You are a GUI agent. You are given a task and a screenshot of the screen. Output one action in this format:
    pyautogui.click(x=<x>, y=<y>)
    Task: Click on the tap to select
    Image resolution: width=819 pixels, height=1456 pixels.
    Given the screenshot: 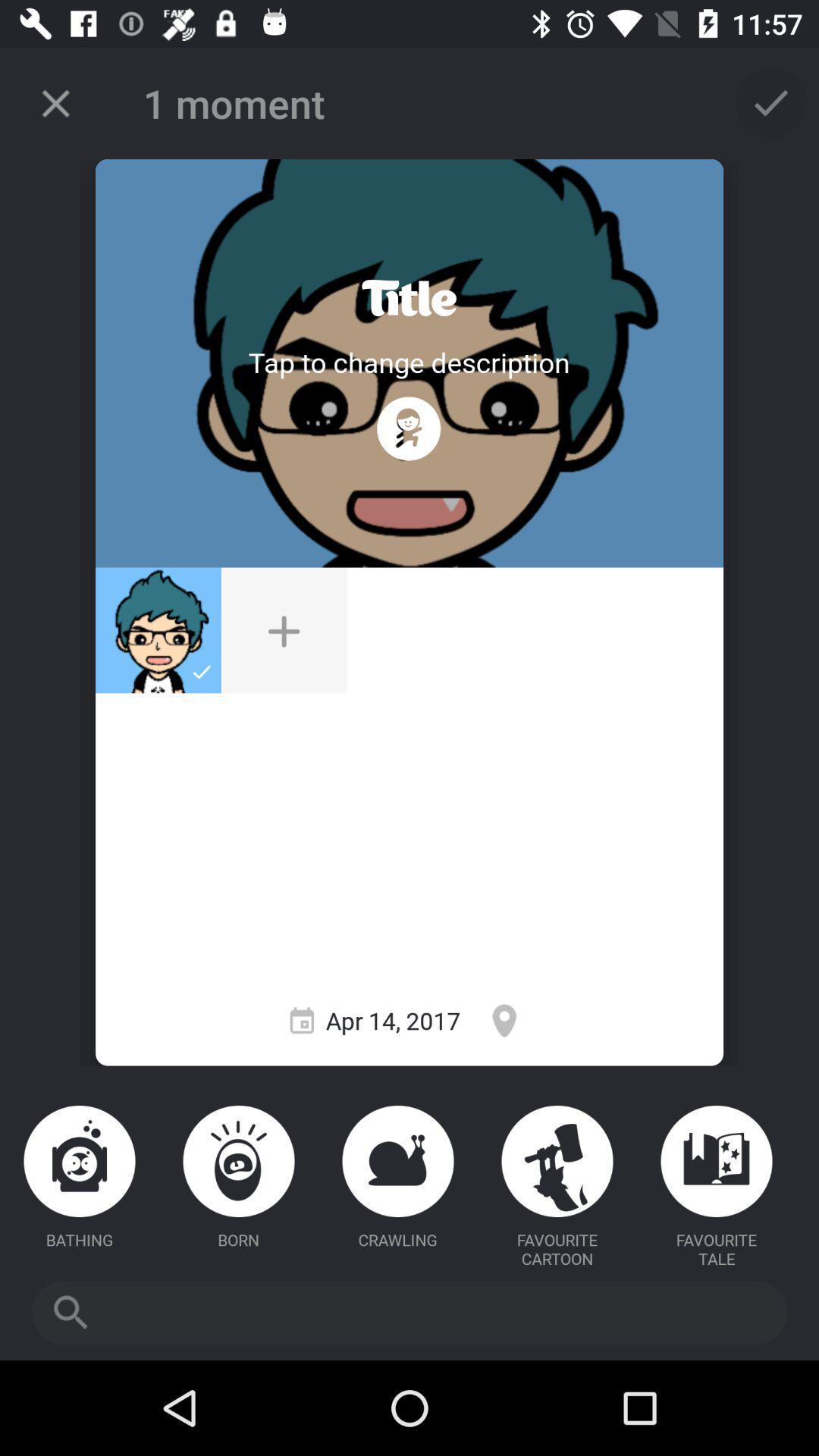 What is the action you would take?
    pyautogui.click(x=771, y=102)
    